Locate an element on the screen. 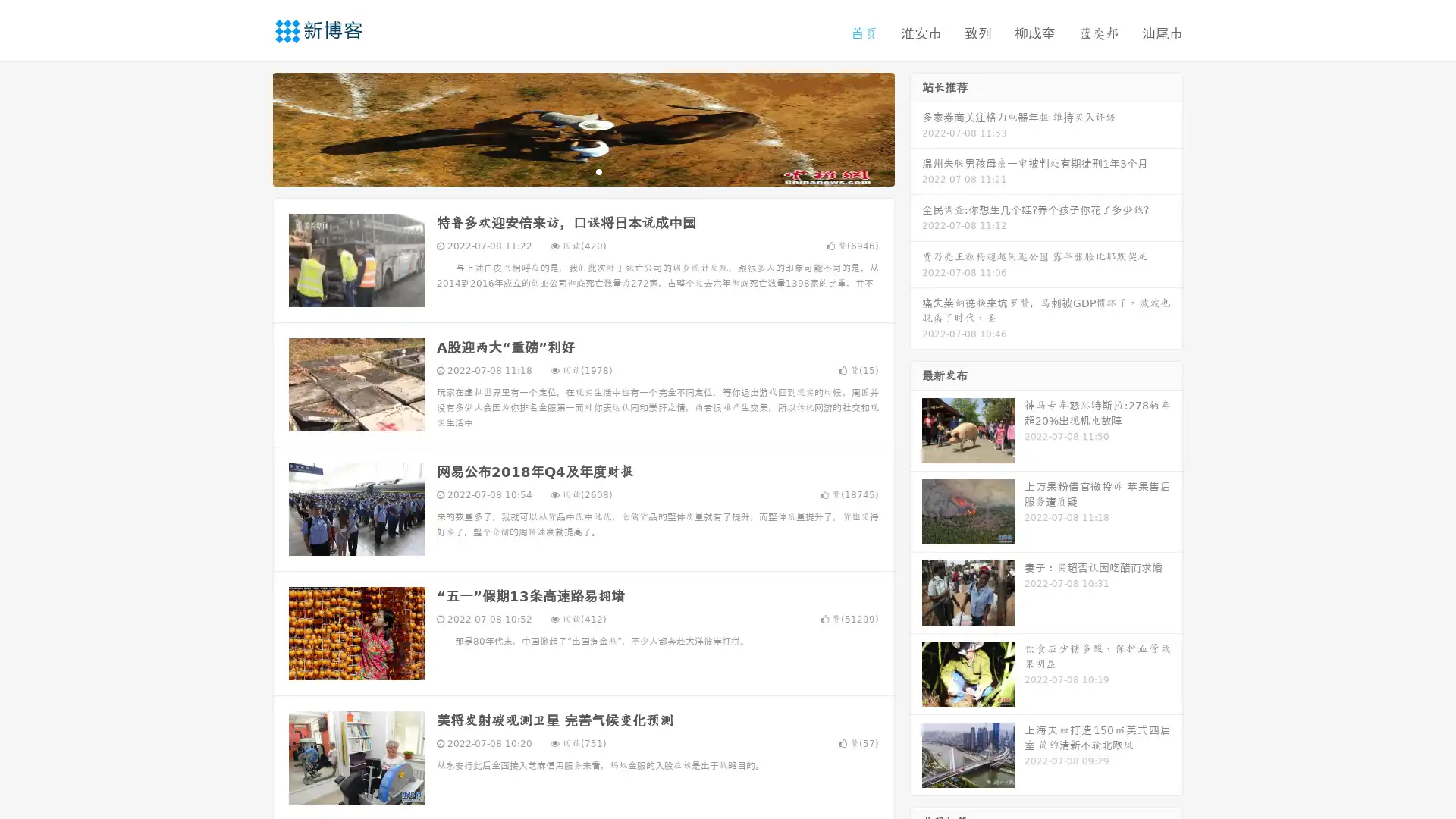  Next slide is located at coordinates (916, 127).